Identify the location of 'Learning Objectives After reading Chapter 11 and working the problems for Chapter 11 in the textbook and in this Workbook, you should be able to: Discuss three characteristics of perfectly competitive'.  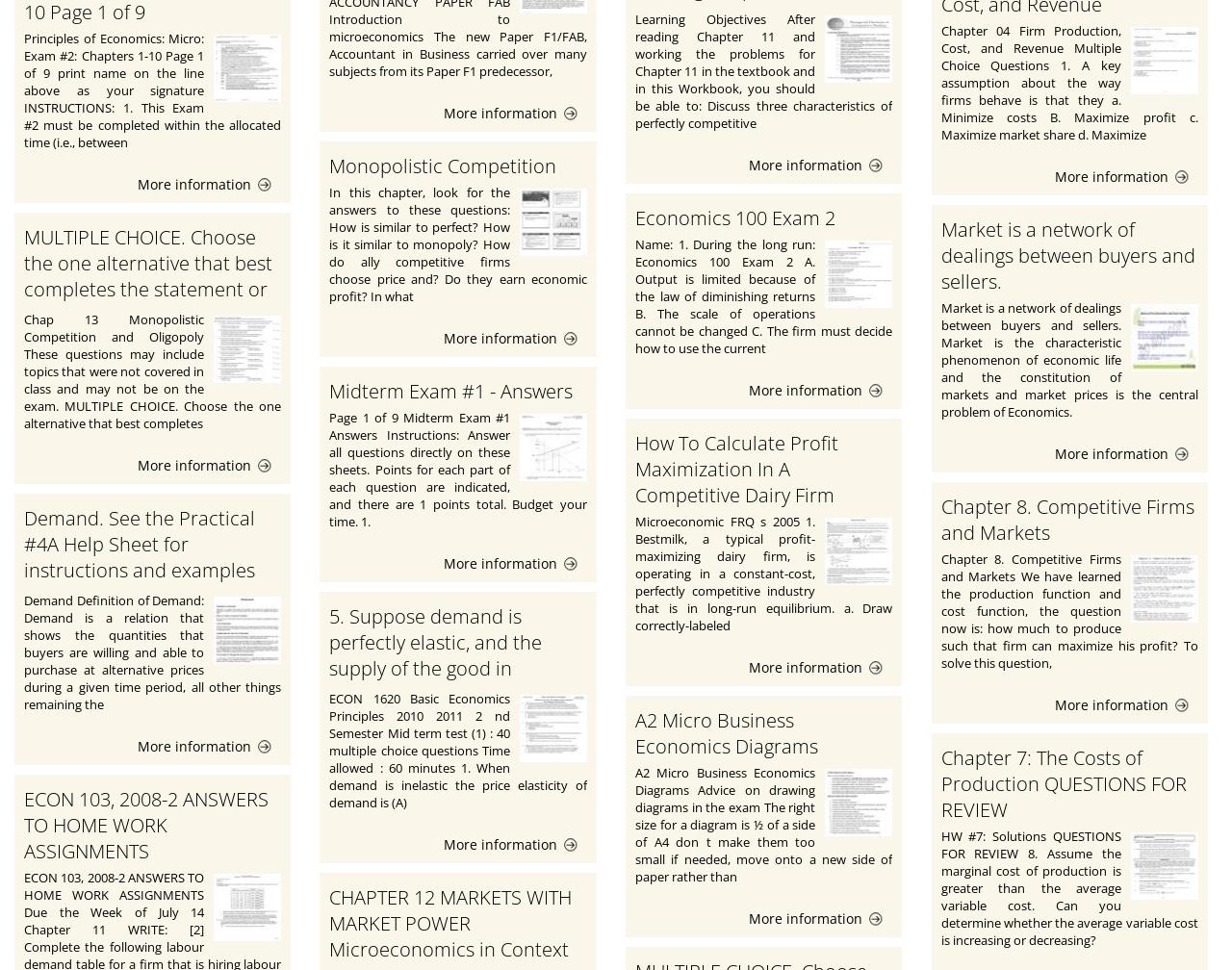
(761, 70).